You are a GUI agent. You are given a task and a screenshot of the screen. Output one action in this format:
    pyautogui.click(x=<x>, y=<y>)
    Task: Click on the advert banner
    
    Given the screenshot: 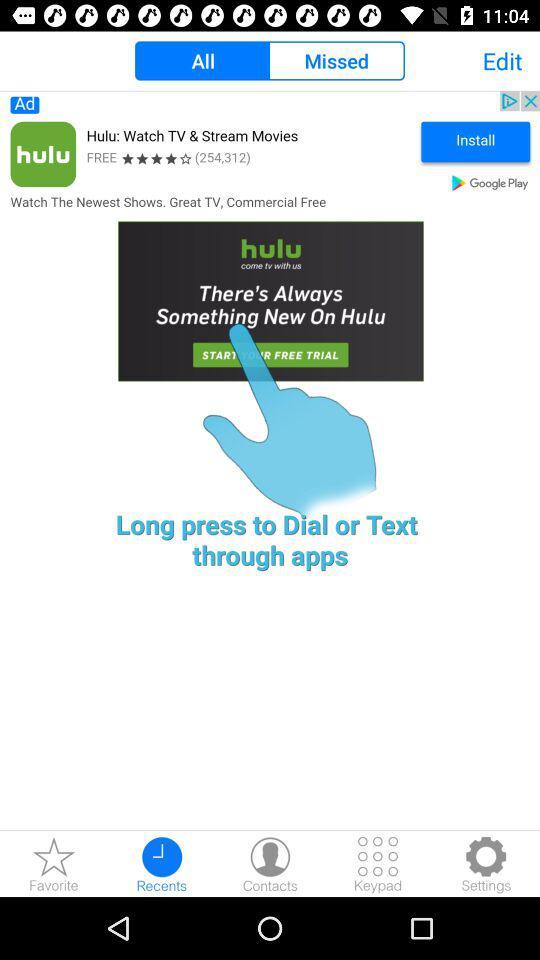 What is the action you would take?
    pyautogui.click(x=270, y=254)
    